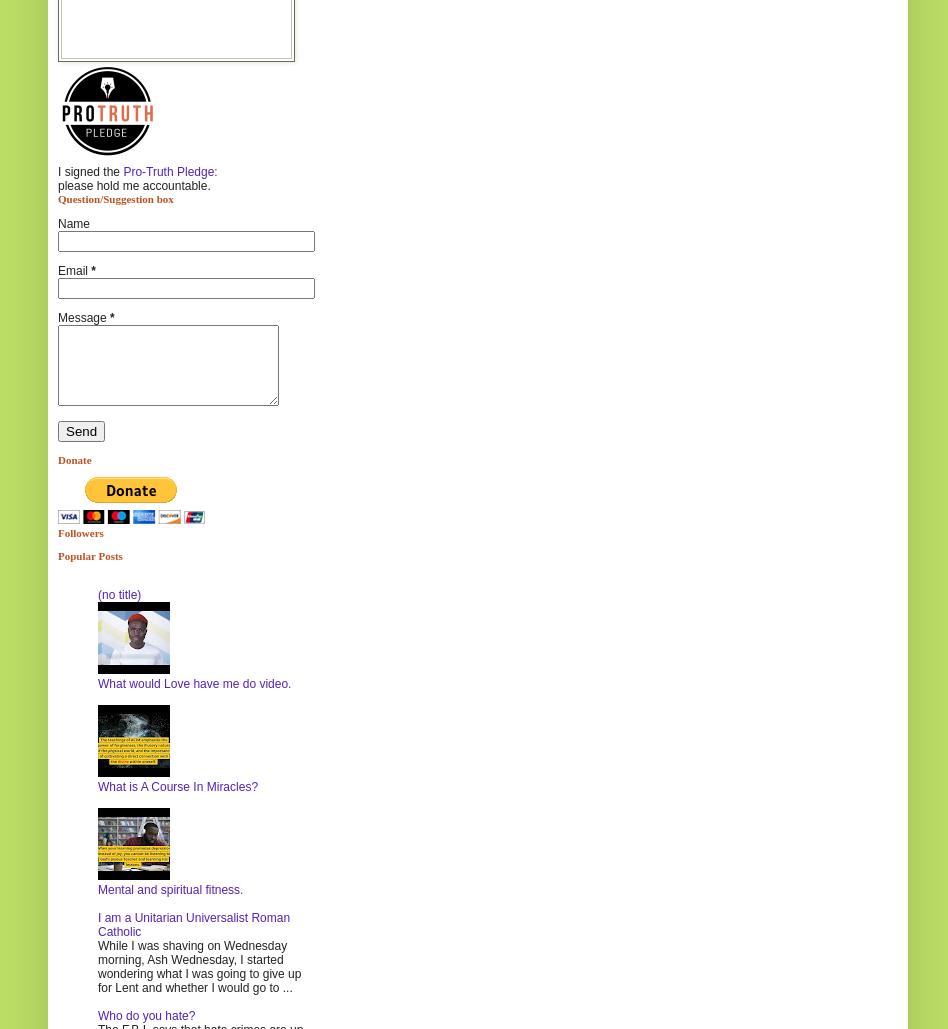  Describe the element at coordinates (80, 530) in the screenshot. I see `'Followers'` at that location.